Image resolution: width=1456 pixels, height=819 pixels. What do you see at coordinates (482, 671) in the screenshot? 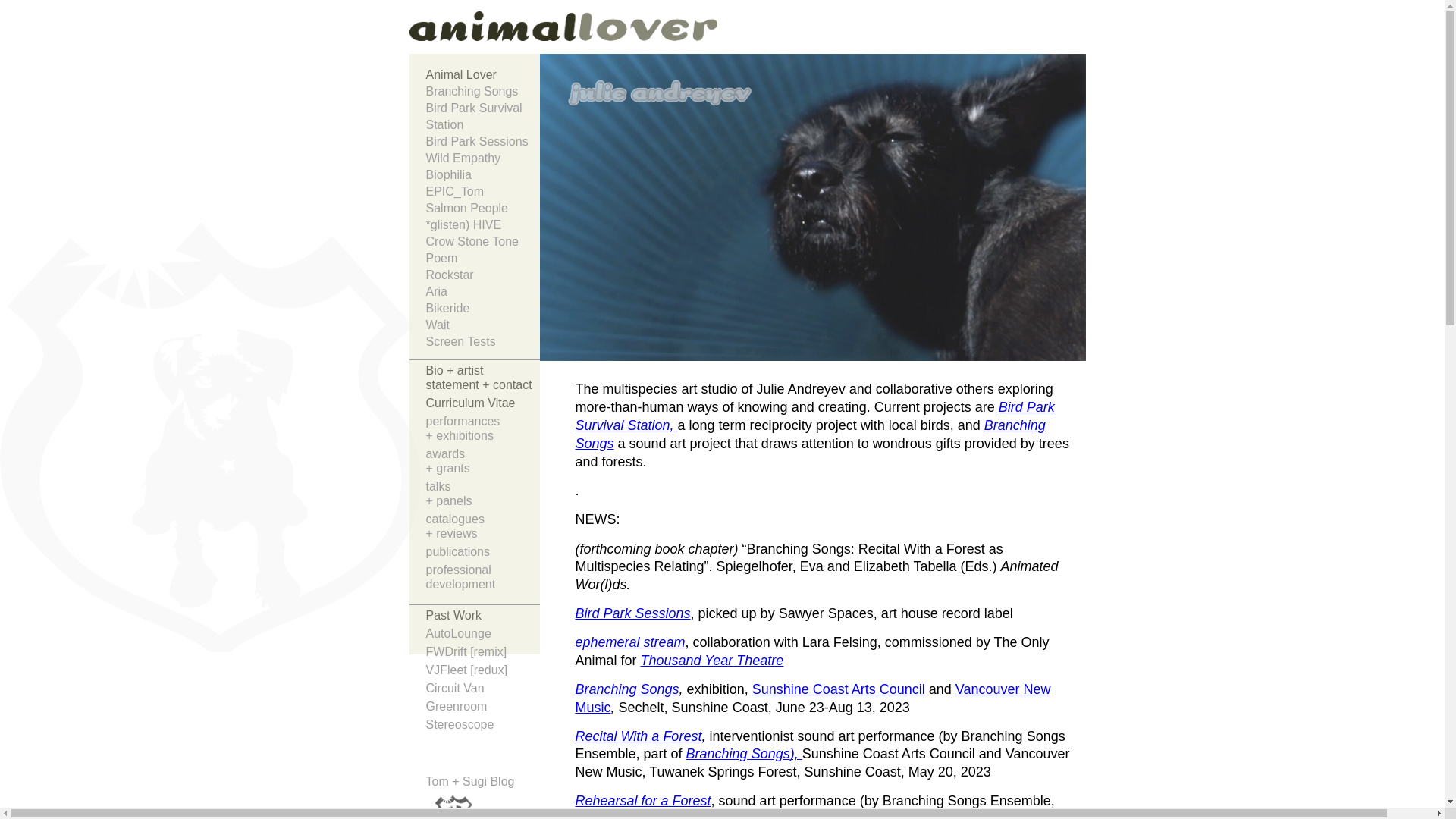
I see `'VJFleet [redux]'` at bounding box center [482, 671].